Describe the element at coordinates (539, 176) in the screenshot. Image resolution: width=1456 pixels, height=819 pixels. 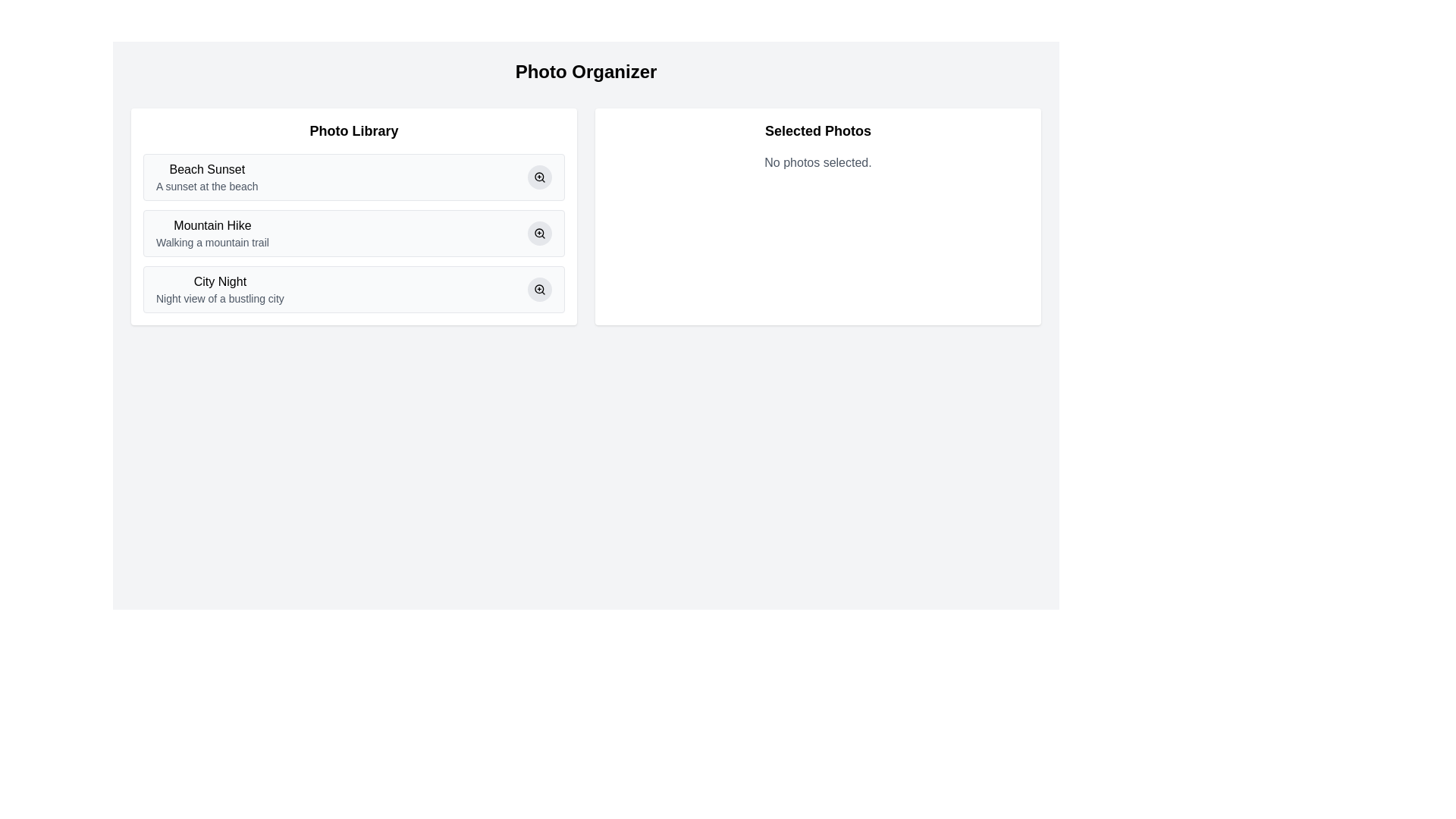
I see `the circular part of the magnifier icon located at the top right corner of the first item in the 'Photo Library' section` at that location.